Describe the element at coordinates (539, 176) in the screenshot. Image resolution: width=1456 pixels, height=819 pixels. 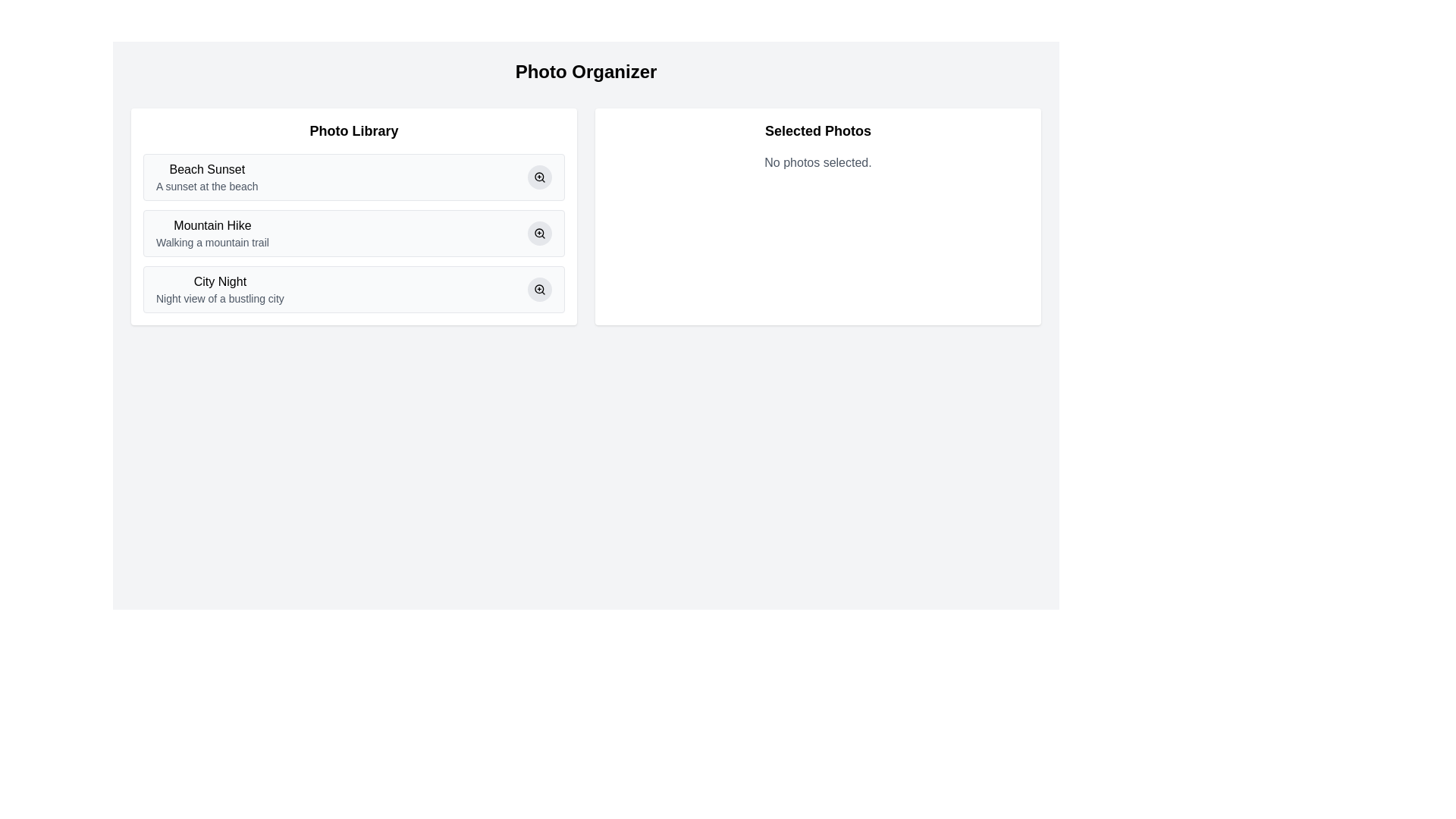
I see `the circular part of the magnifier icon located at the top right corner of the first item in the 'Photo Library' section` at that location.